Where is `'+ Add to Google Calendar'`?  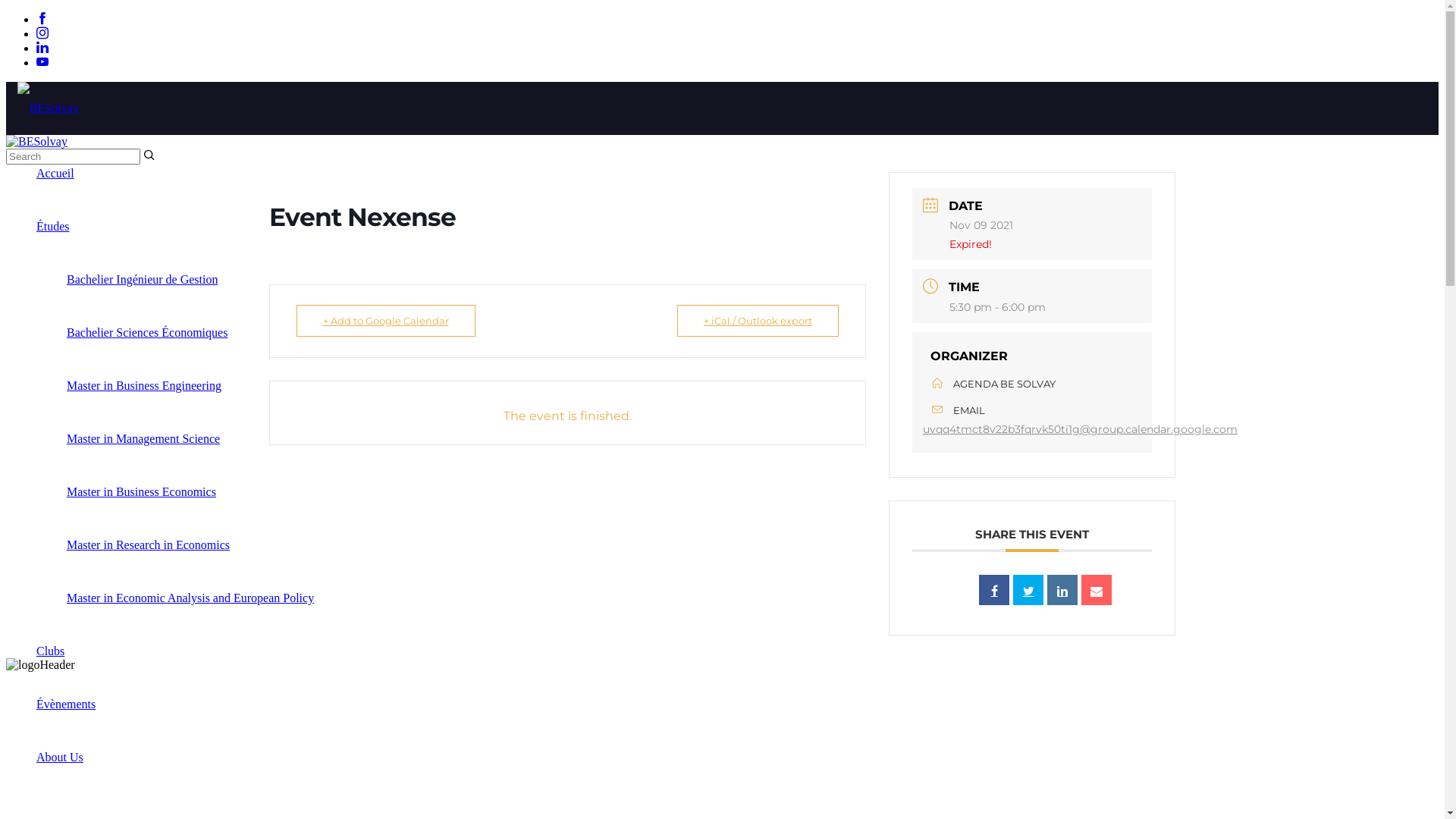
'+ Add to Google Calendar' is located at coordinates (385, 320).